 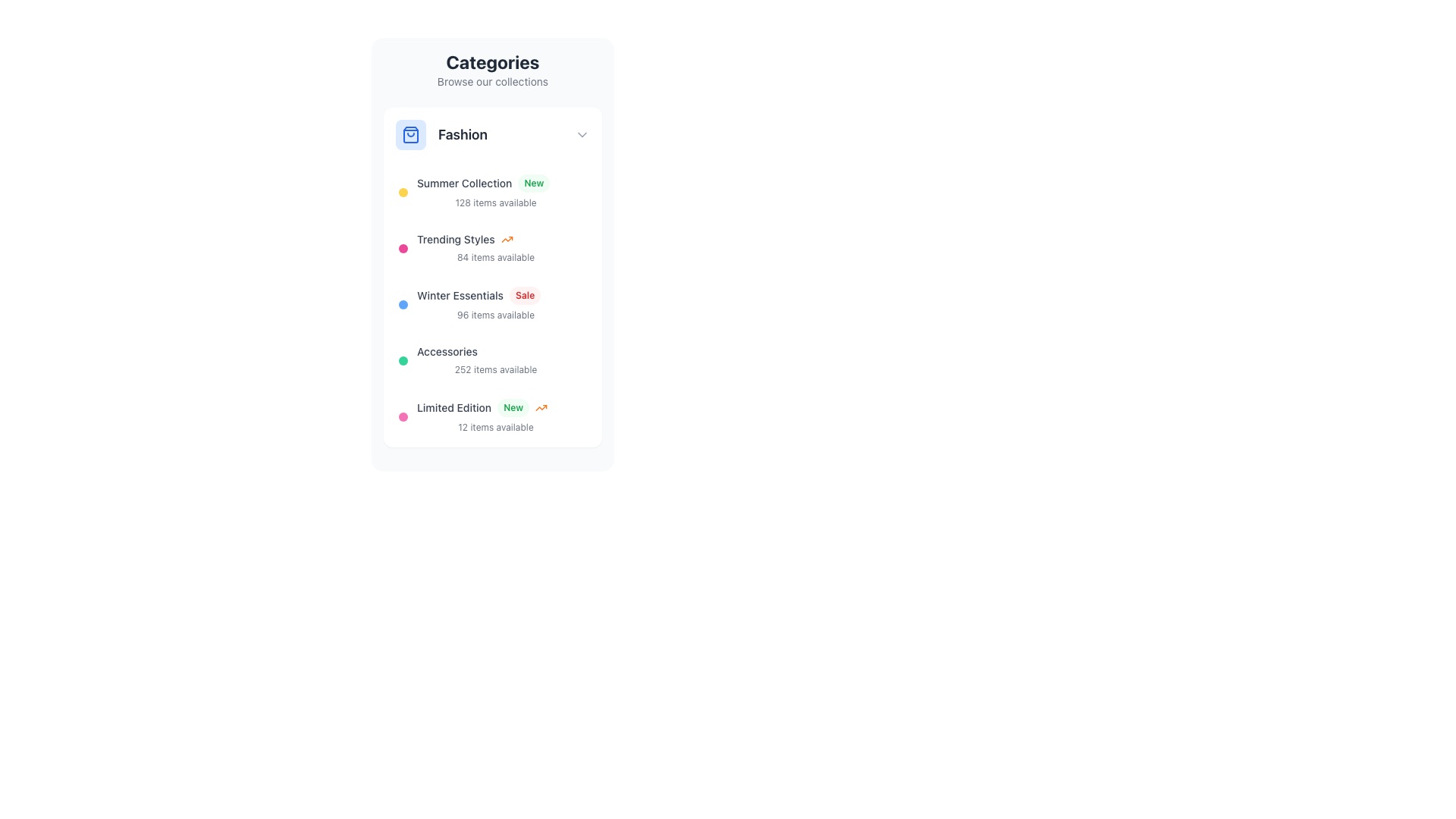 I want to click on the 'Limited Edition' text label with decorative icons located at the bottom of the Fashion category list in the sidebar, so click(x=495, y=406).